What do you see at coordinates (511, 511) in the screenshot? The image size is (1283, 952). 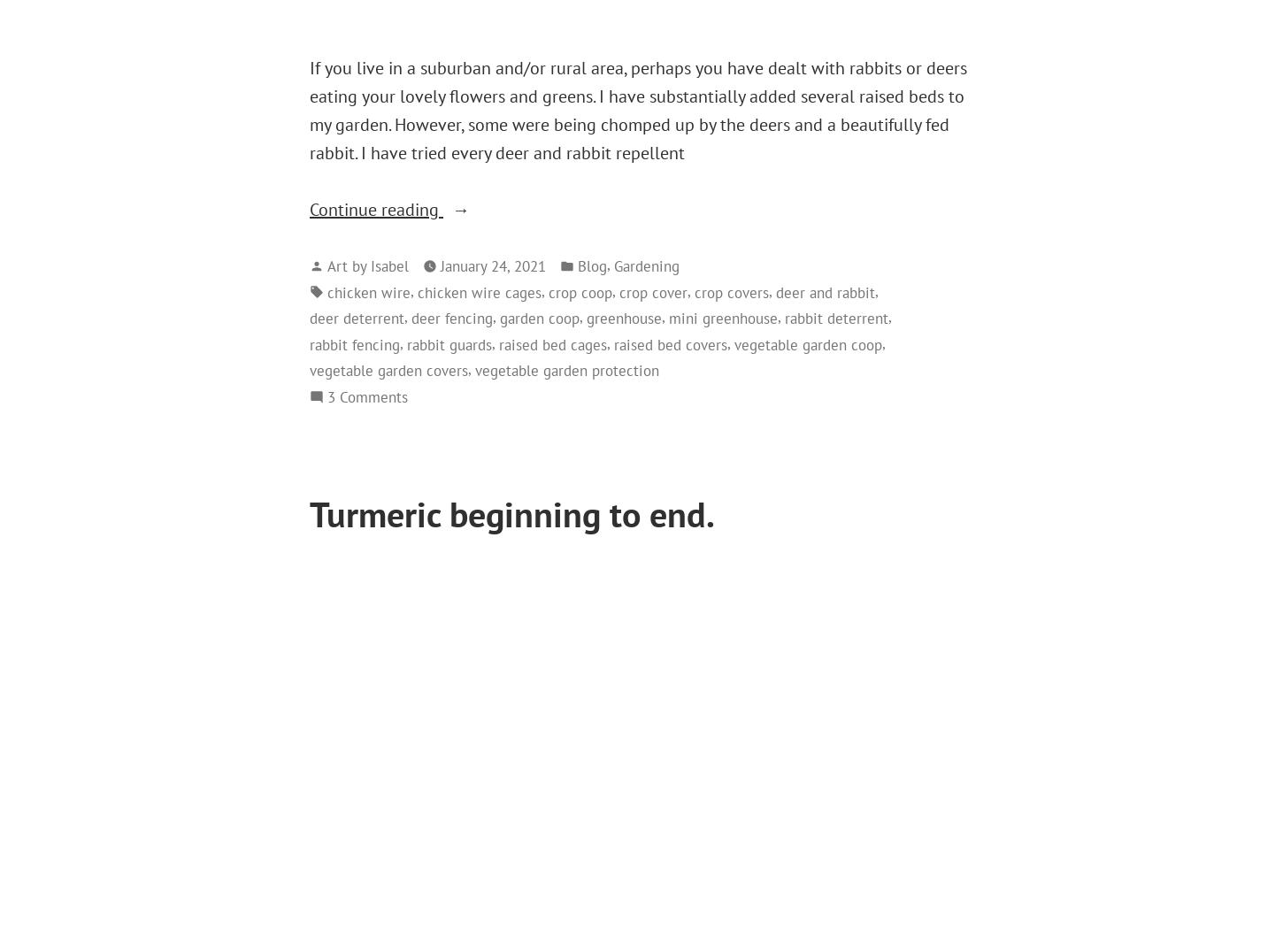 I see `'Turmeric beginning to end.'` at bounding box center [511, 511].